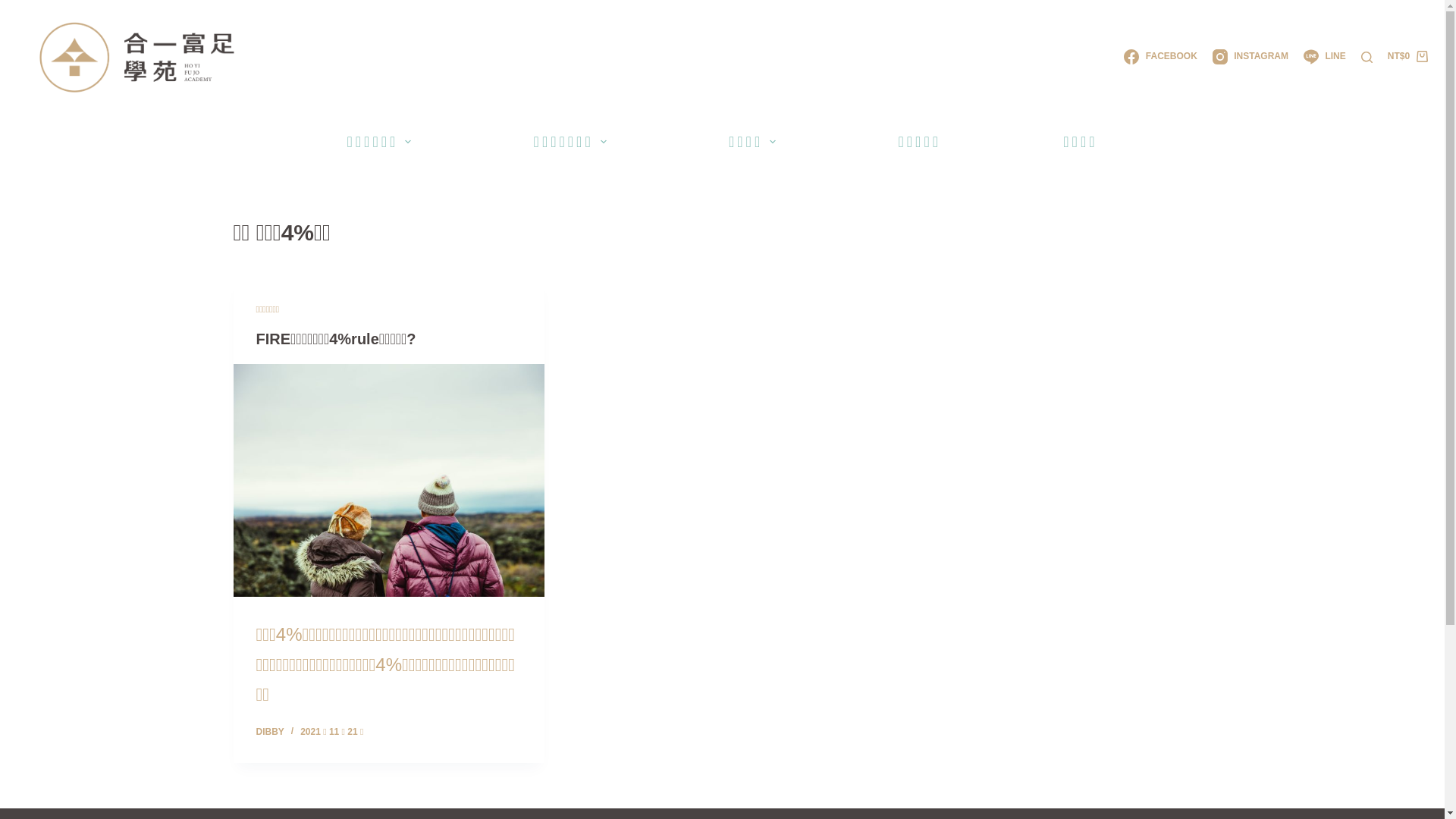 The width and height of the screenshot is (1456, 819). Describe the element at coordinates (1324, 55) in the screenshot. I see `'LINE'` at that location.